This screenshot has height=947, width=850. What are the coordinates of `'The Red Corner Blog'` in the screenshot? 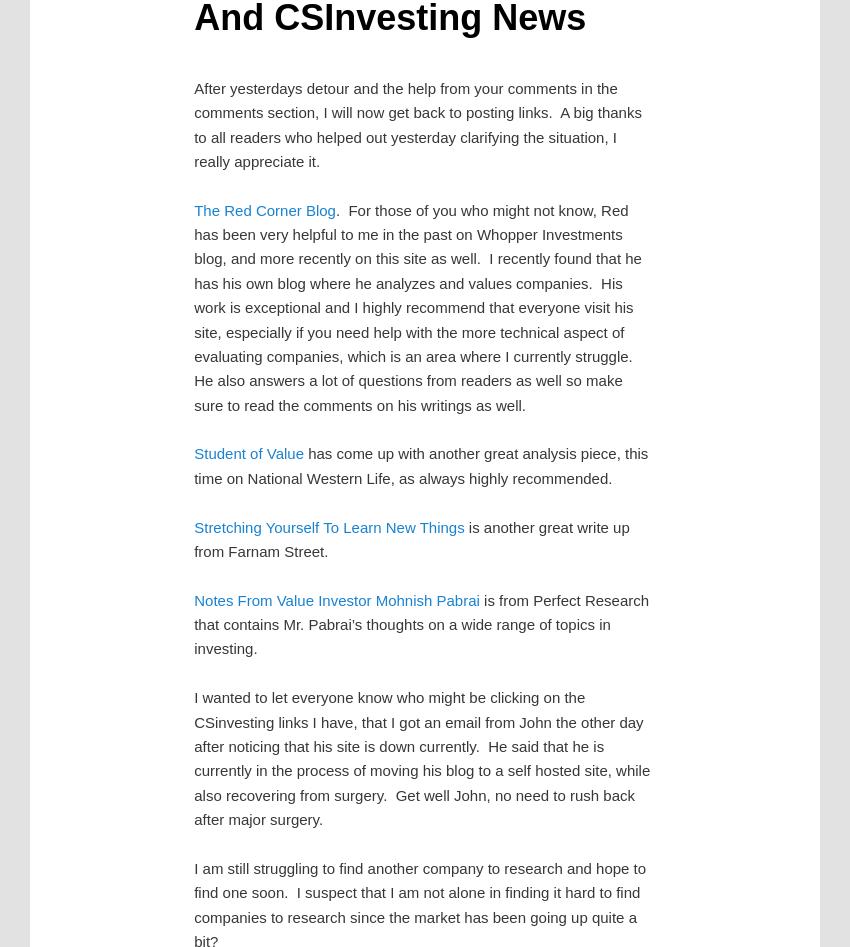 It's located at (263, 209).